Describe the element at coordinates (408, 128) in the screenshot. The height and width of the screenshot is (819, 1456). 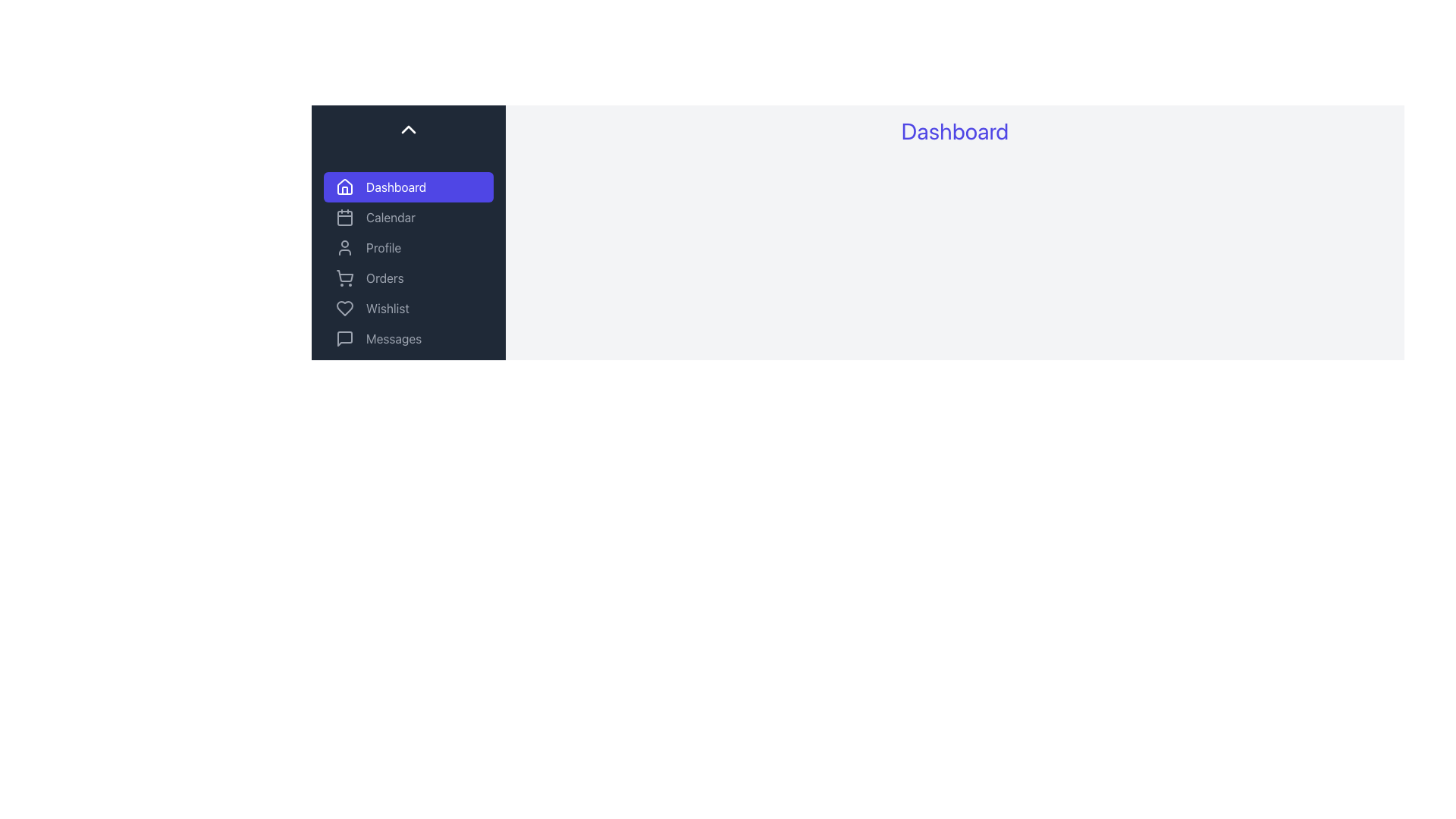
I see `the navigation icon located near the top of the sidebar panel` at that location.